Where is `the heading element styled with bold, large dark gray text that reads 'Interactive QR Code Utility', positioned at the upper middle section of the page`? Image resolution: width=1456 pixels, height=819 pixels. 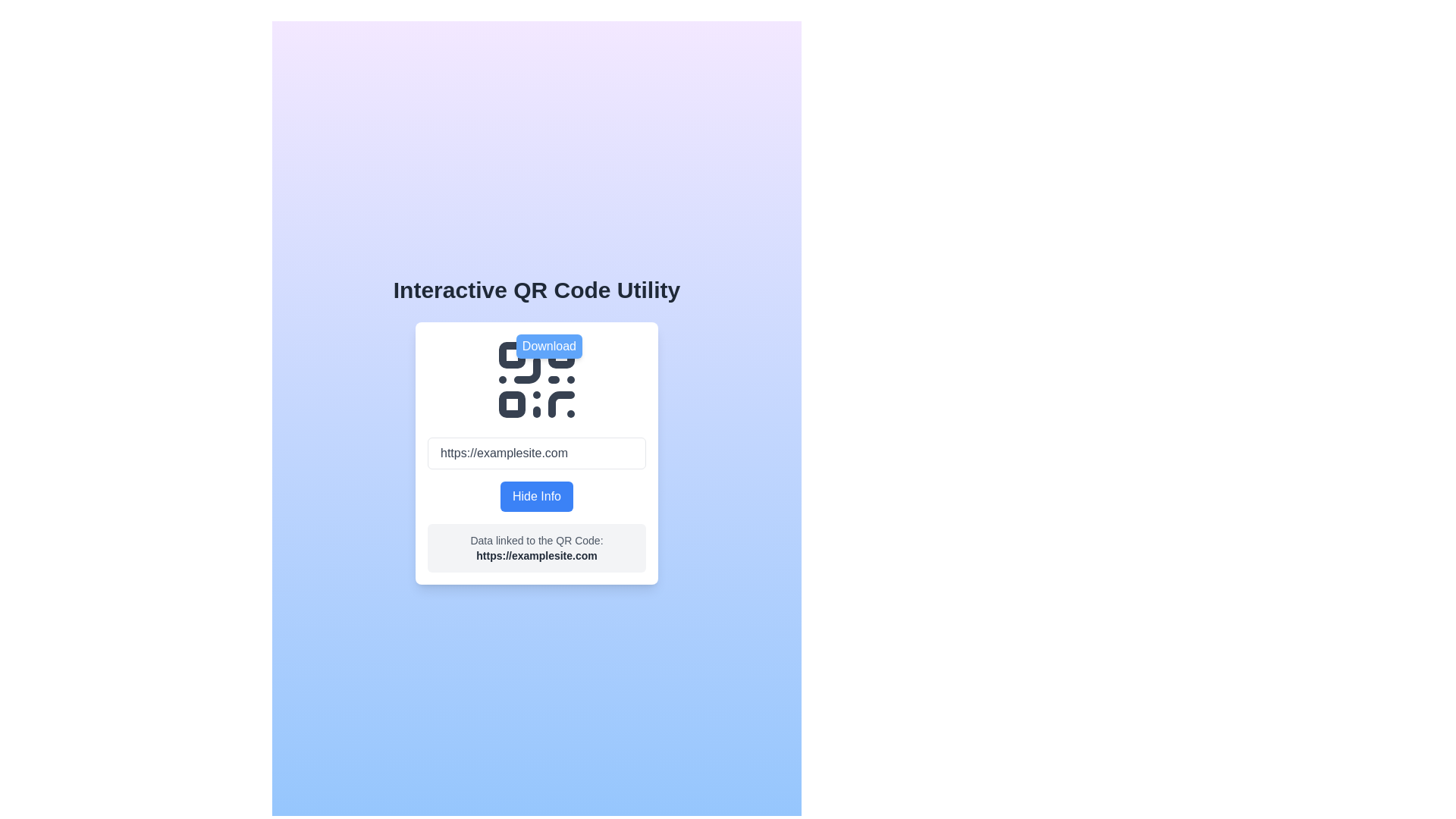 the heading element styled with bold, large dark gray text that reads 'Interactive QR Code Utility', positioned at the upper middle section of the page is located at coordinates (536, 290).